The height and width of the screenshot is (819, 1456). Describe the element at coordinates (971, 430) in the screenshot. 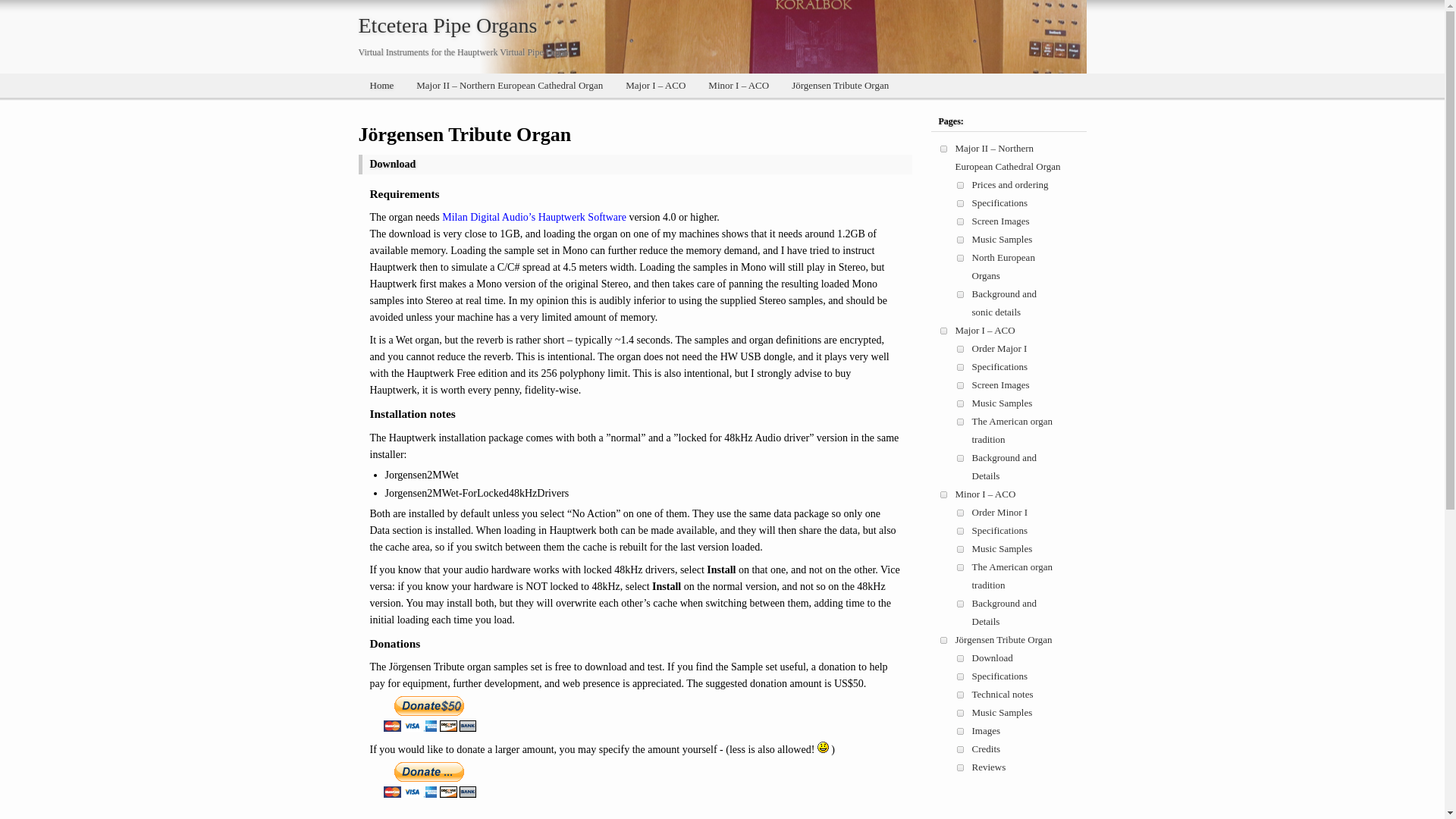

I see `'The American organ tradition'` at that location.